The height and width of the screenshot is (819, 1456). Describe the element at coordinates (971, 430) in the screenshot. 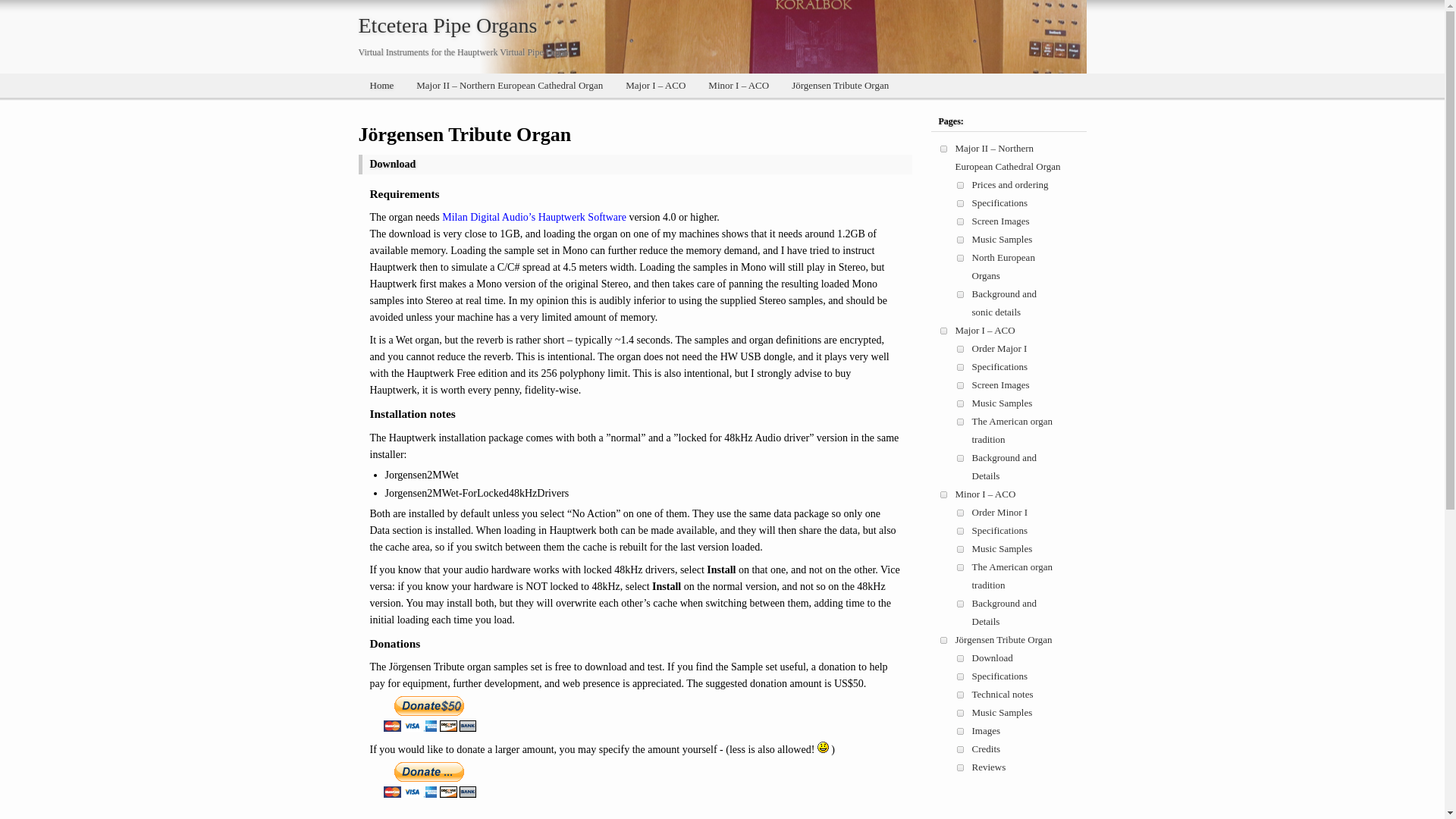

I see `'The American organ tradition'` at that location.